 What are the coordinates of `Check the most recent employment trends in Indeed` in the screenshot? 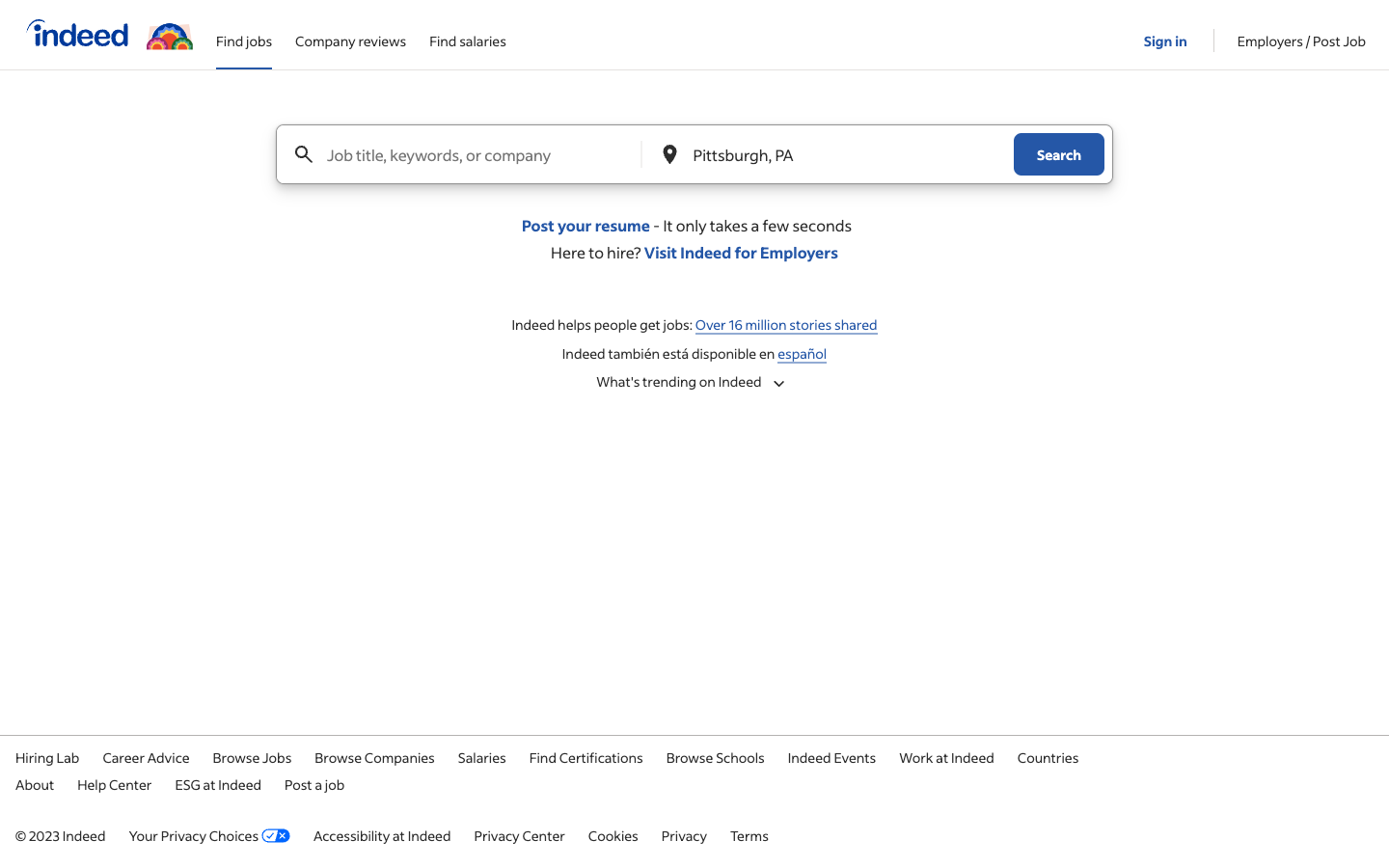 It's located at (694, 381).